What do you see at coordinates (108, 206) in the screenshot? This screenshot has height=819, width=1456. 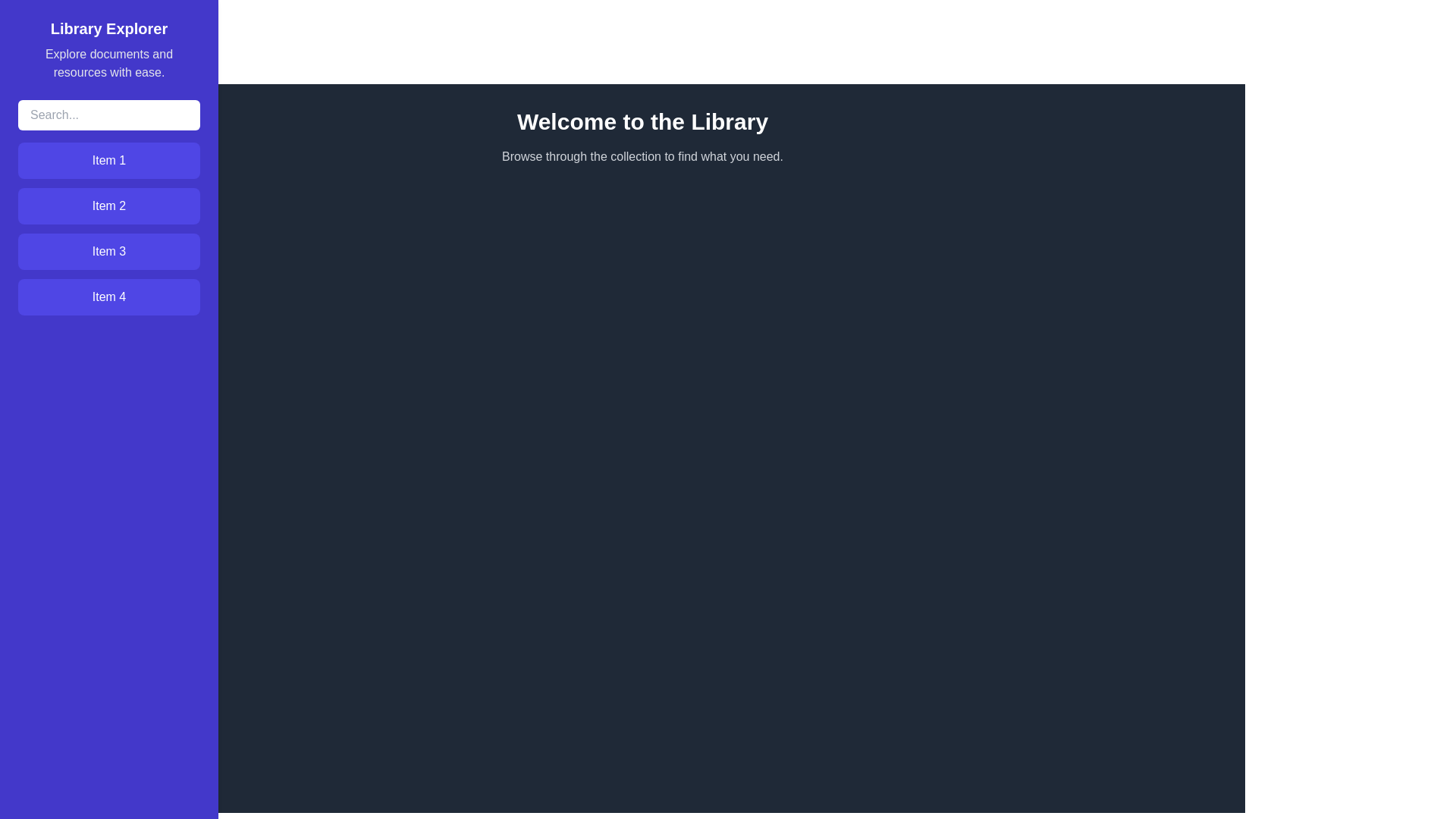 I see `the item Item 2 from the drawer menu` at bounding box center [108, 206].